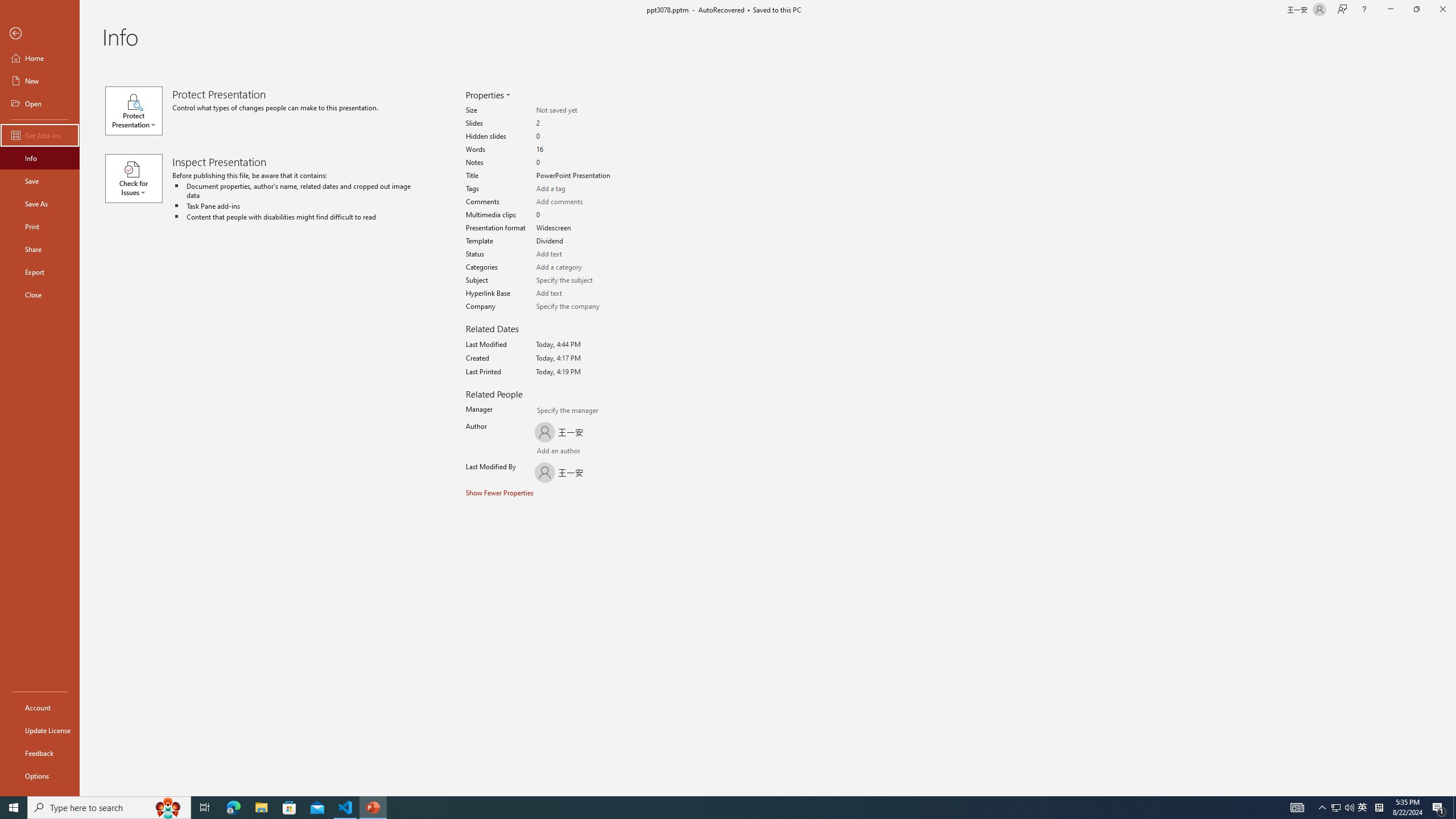 Image resolution: width=1456 pixels, height=819 pixels. What do you see at coordinates (542, 411) in the screenshot?
I see `'Specify the manager'` at bounding box center [542, 411].